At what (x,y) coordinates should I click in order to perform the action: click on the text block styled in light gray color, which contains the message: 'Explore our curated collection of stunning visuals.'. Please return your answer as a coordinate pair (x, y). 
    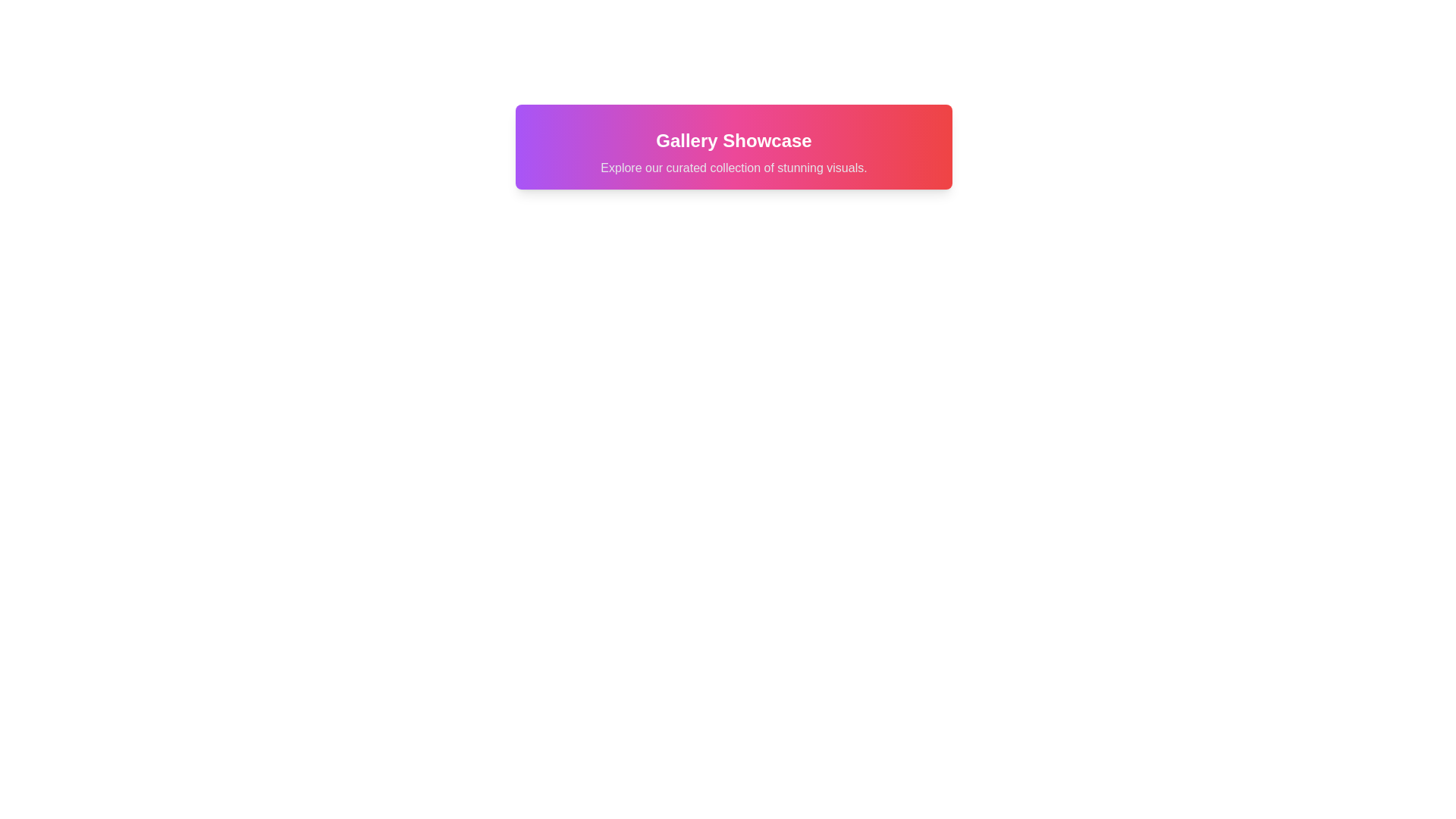
    Looking at the image, I should click on (734, 168).